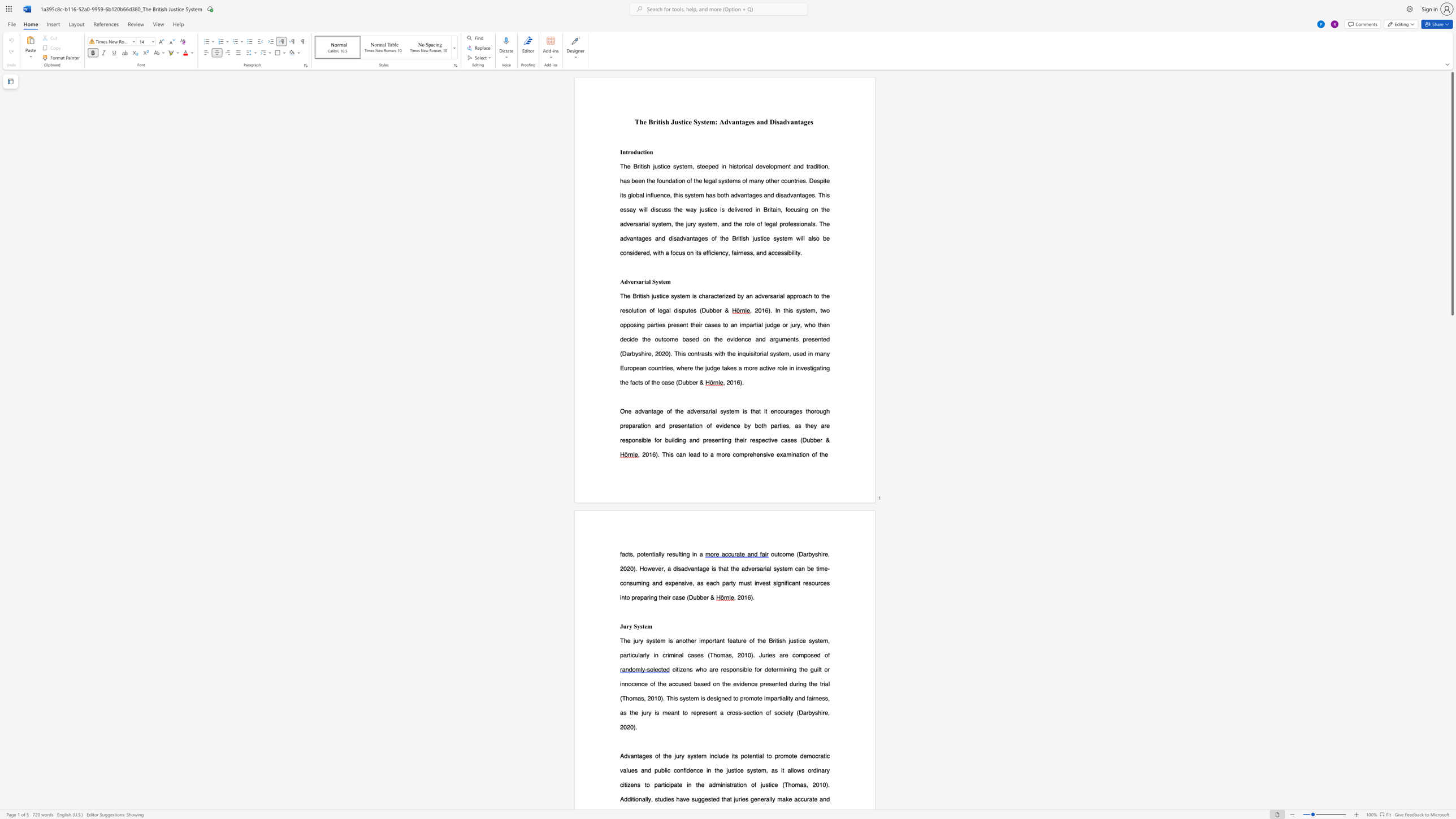 This screenshot has height=819, width=1456. What do you see at coordinates (705, 309) in the screenshot?
I see `the subset text "ubb" within the text "(Dubber &"` at bounding box center [705, 309].